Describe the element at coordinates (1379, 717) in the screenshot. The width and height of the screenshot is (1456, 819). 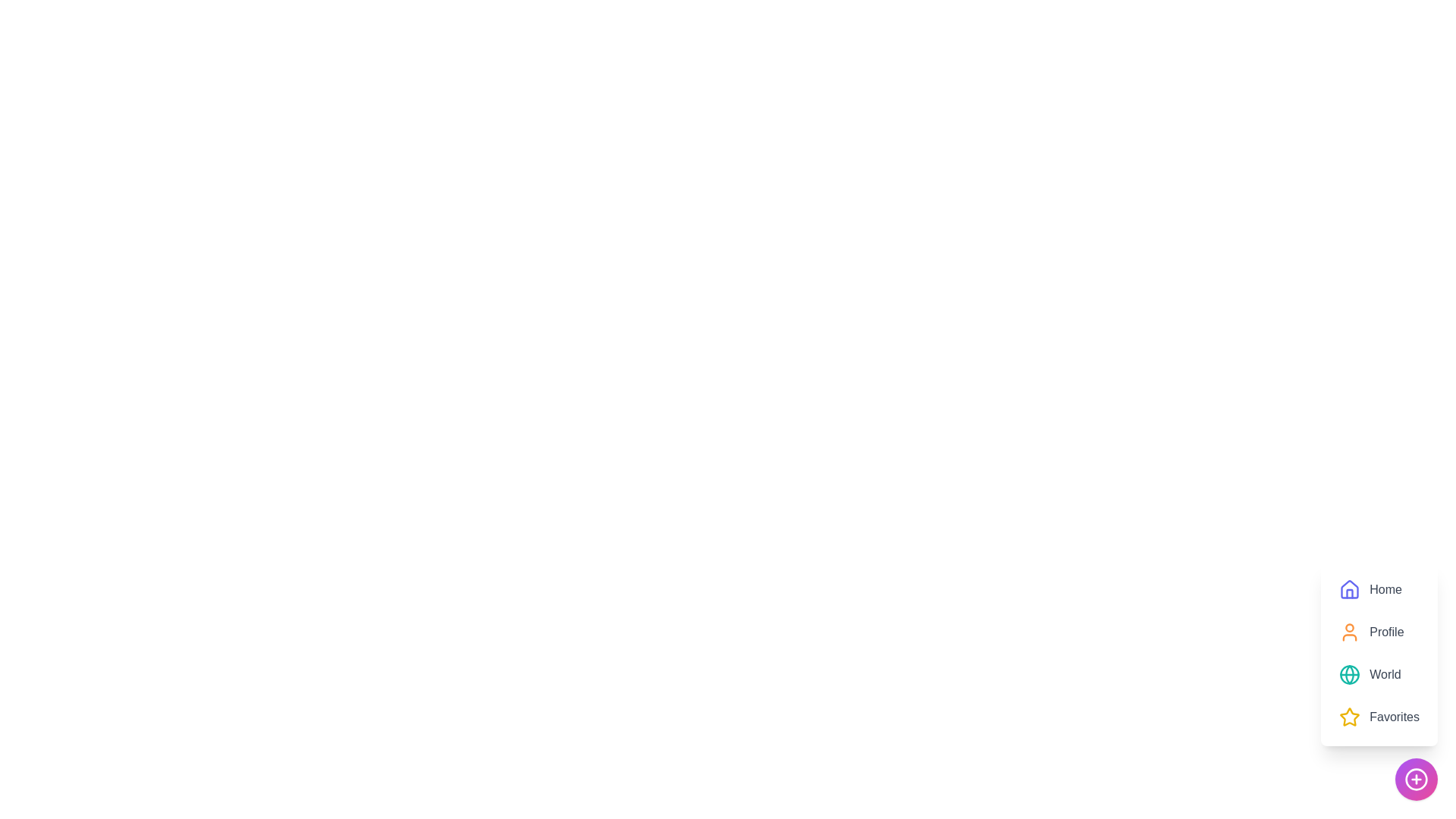
I see `the 'Favorites' menu item` at that location.